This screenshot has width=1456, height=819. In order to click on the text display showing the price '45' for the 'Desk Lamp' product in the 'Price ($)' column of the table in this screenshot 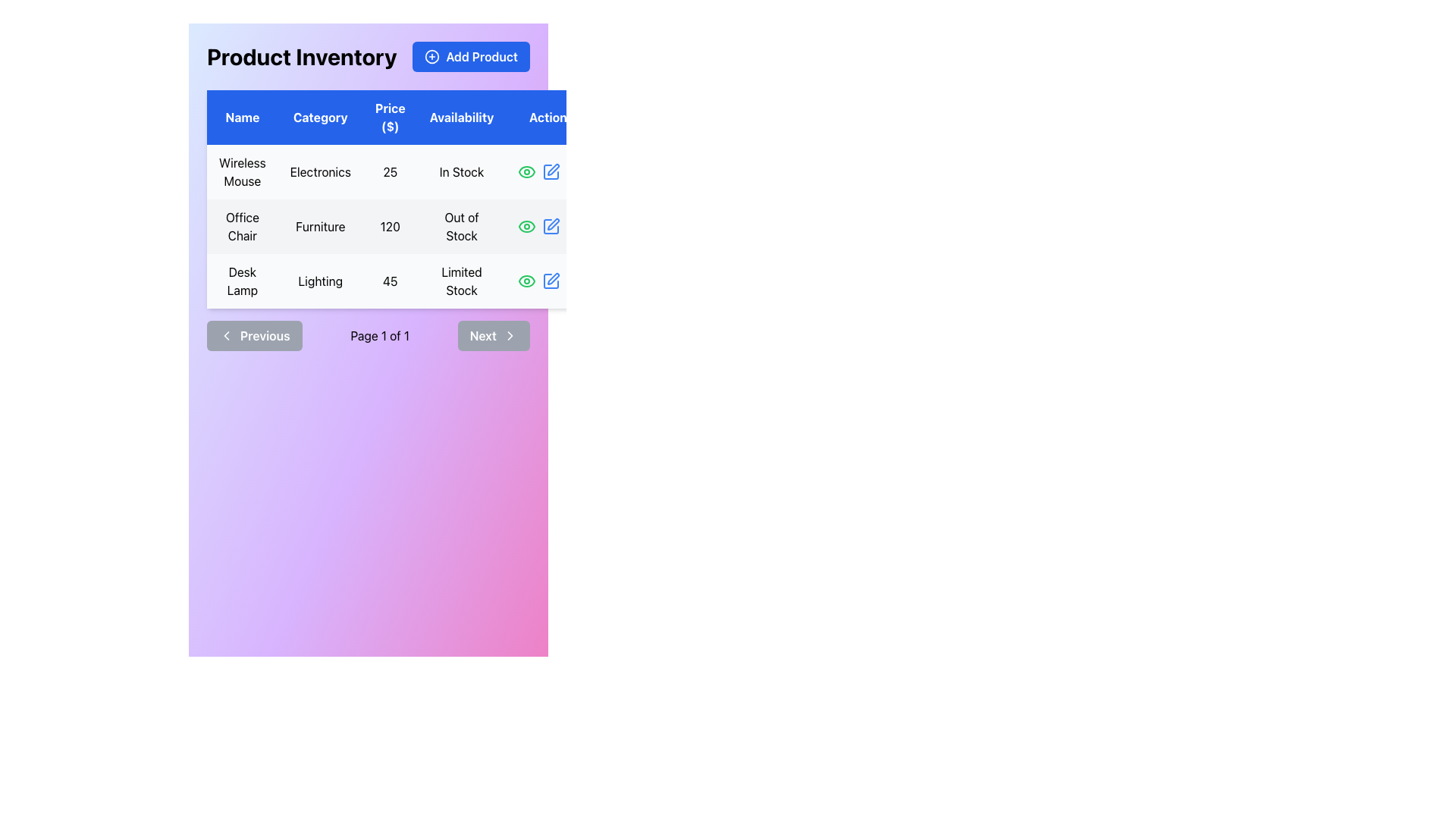, I will do `click(390, 281)`.